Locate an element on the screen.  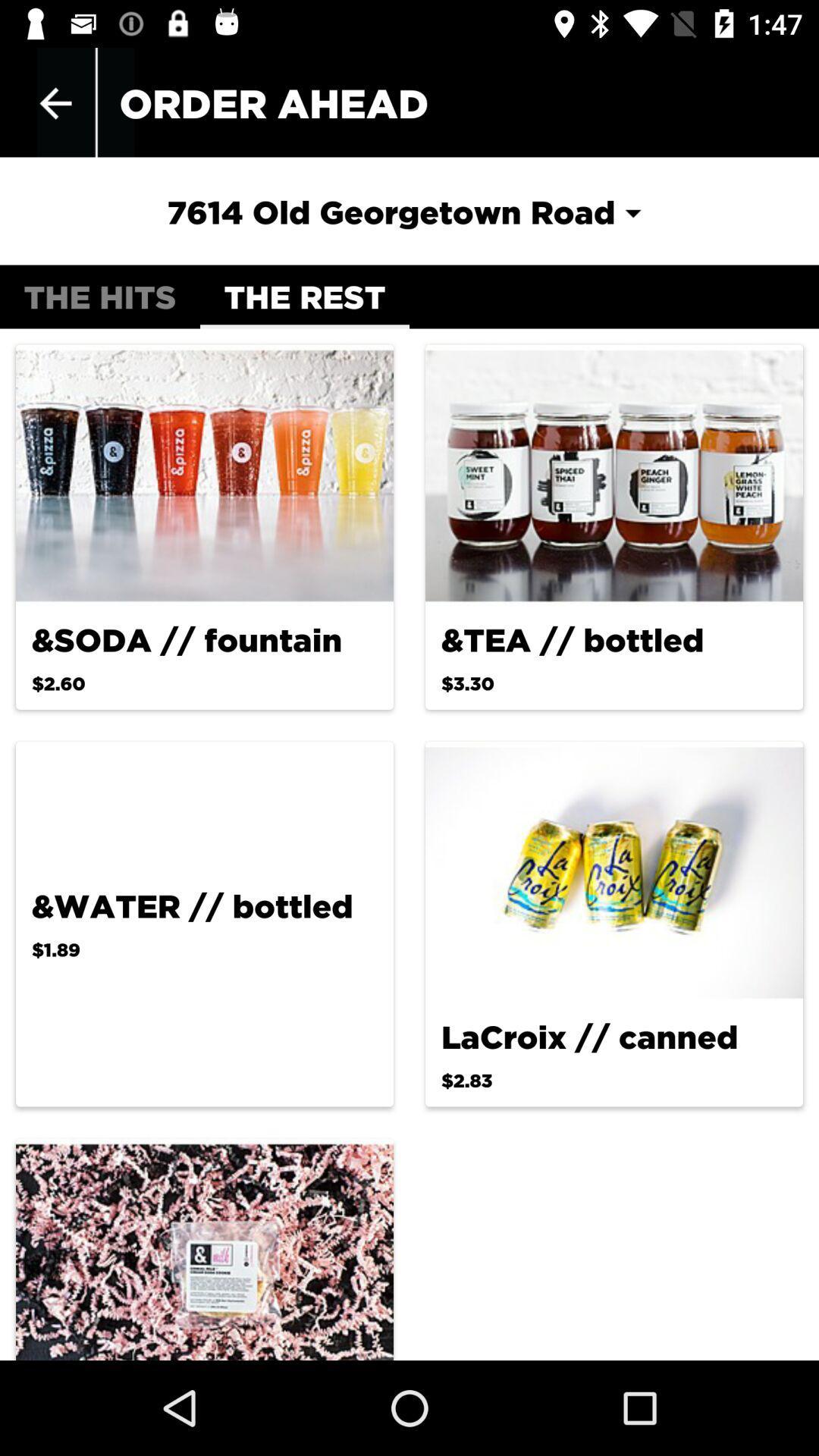
the item below the order ahead item is located at coordinates (408, 211).